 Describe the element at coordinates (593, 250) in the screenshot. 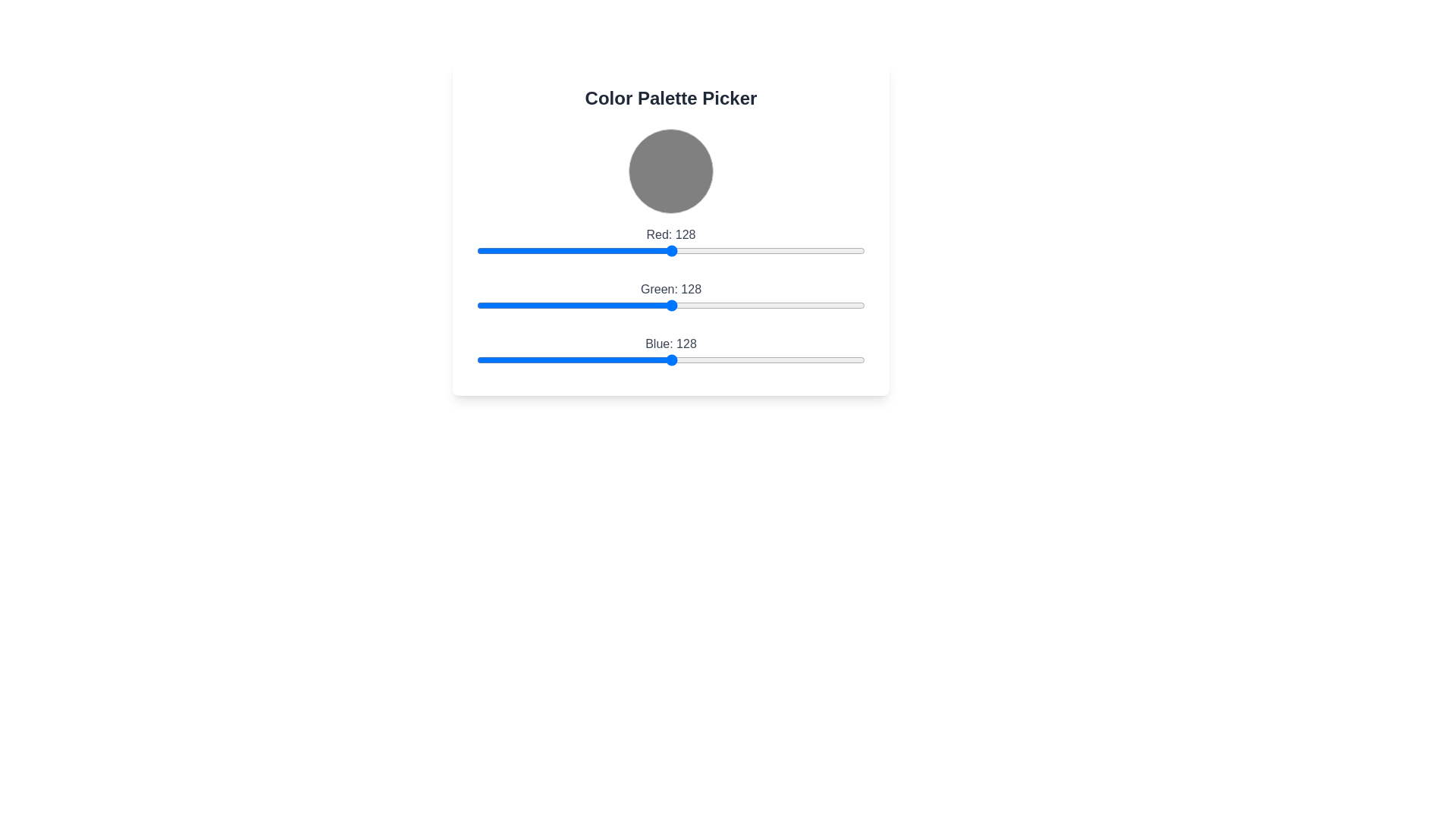

I see `the 'Red' color component` at that location.